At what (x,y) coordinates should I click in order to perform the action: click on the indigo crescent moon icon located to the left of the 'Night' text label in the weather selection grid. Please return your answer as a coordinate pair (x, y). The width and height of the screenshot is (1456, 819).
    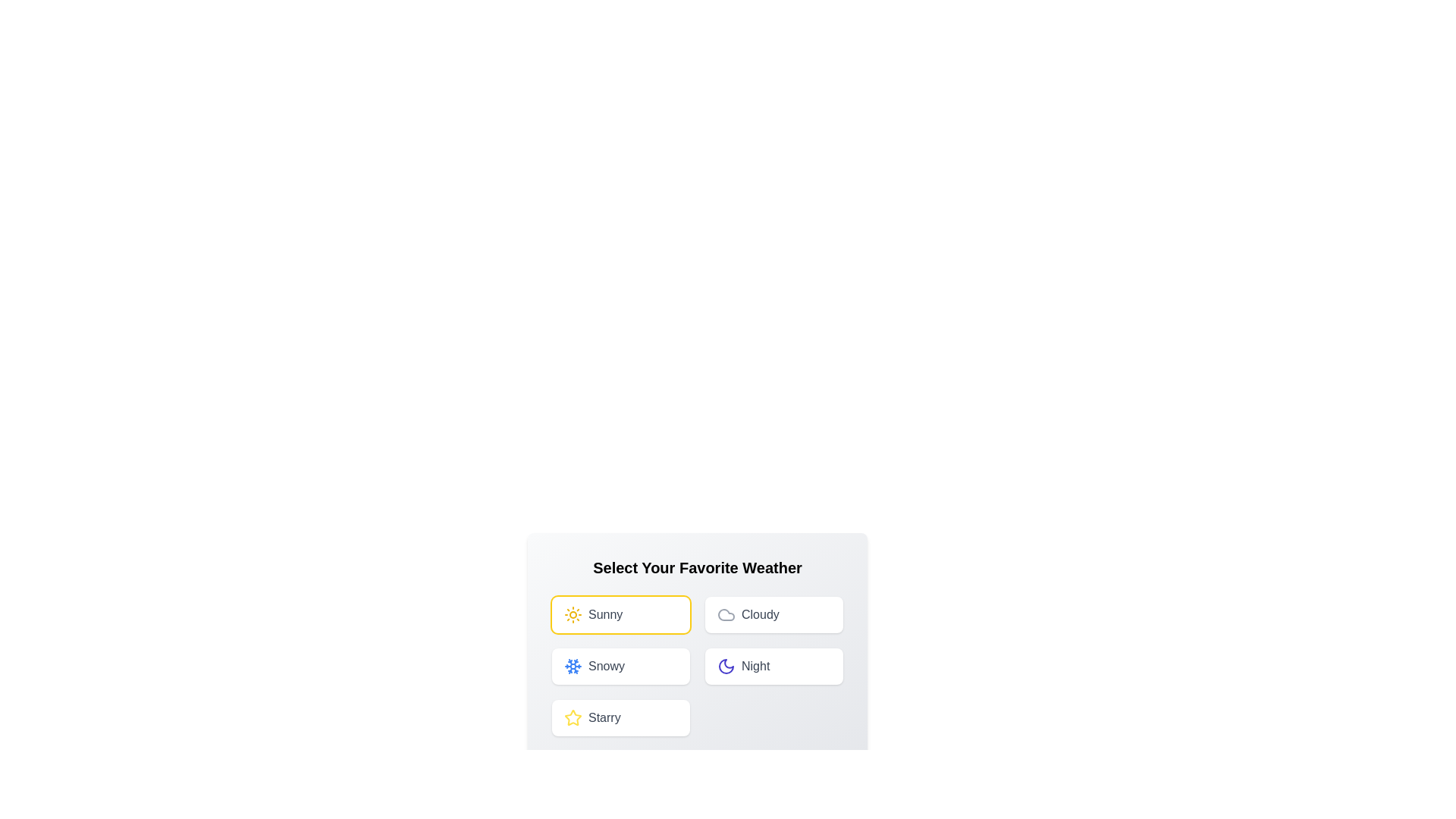
    Looking at the image, I should click on (726, 666).